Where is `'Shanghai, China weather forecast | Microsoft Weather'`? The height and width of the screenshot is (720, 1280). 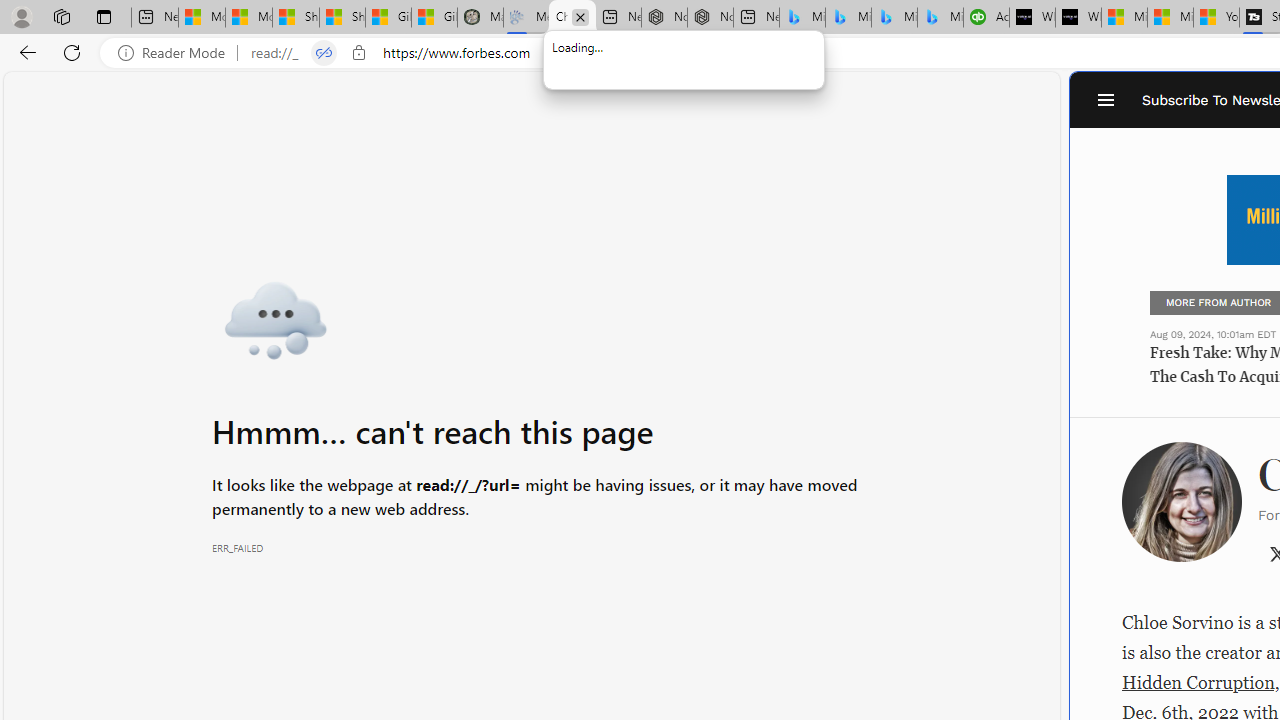
'Shanghai, China weather forecast | Microsoft Weather' is located at coordinates (342, 17).